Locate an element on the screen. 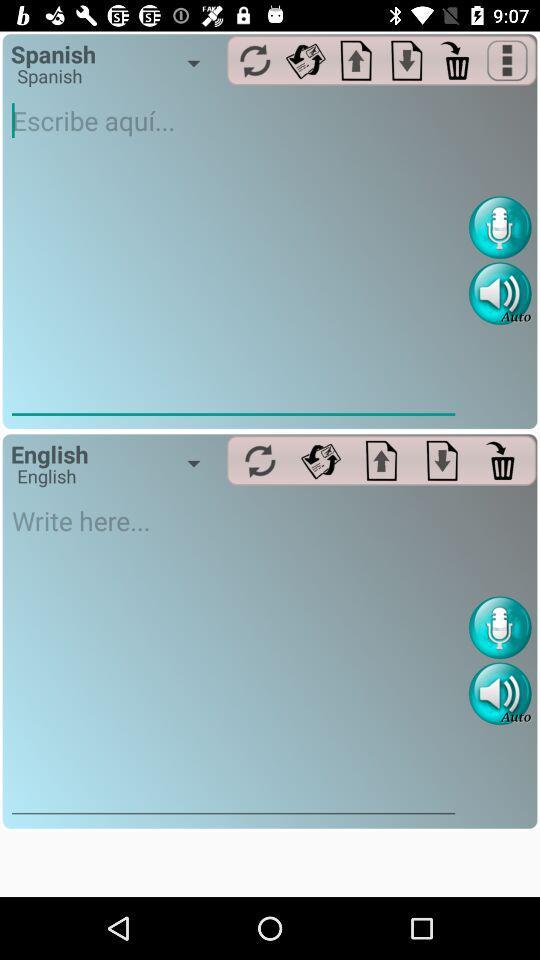 The width and height of the screenshot is (540, 960). upload is located at coordinates (381, 460).